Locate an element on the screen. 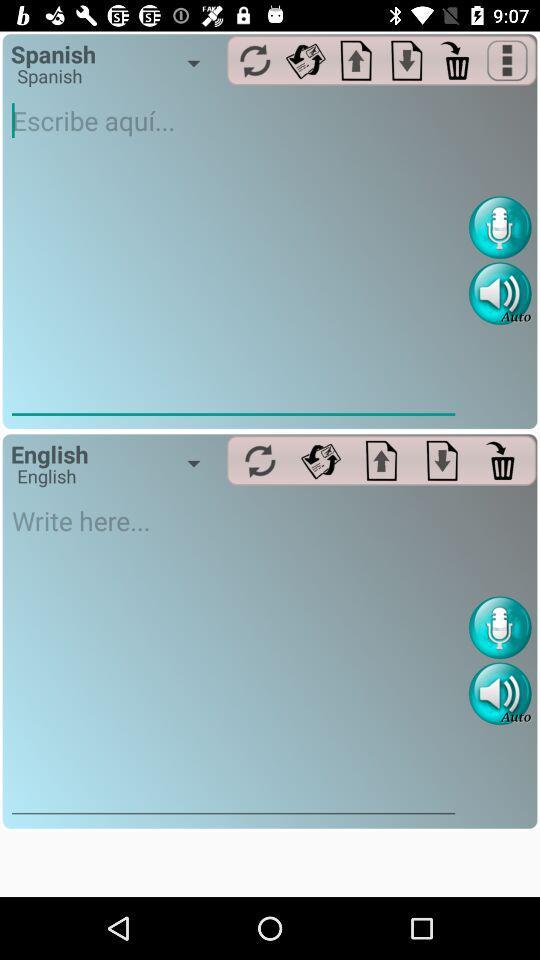 The width and height of the screenshot is (540, 960). upload is located at coordinates (381, 460).